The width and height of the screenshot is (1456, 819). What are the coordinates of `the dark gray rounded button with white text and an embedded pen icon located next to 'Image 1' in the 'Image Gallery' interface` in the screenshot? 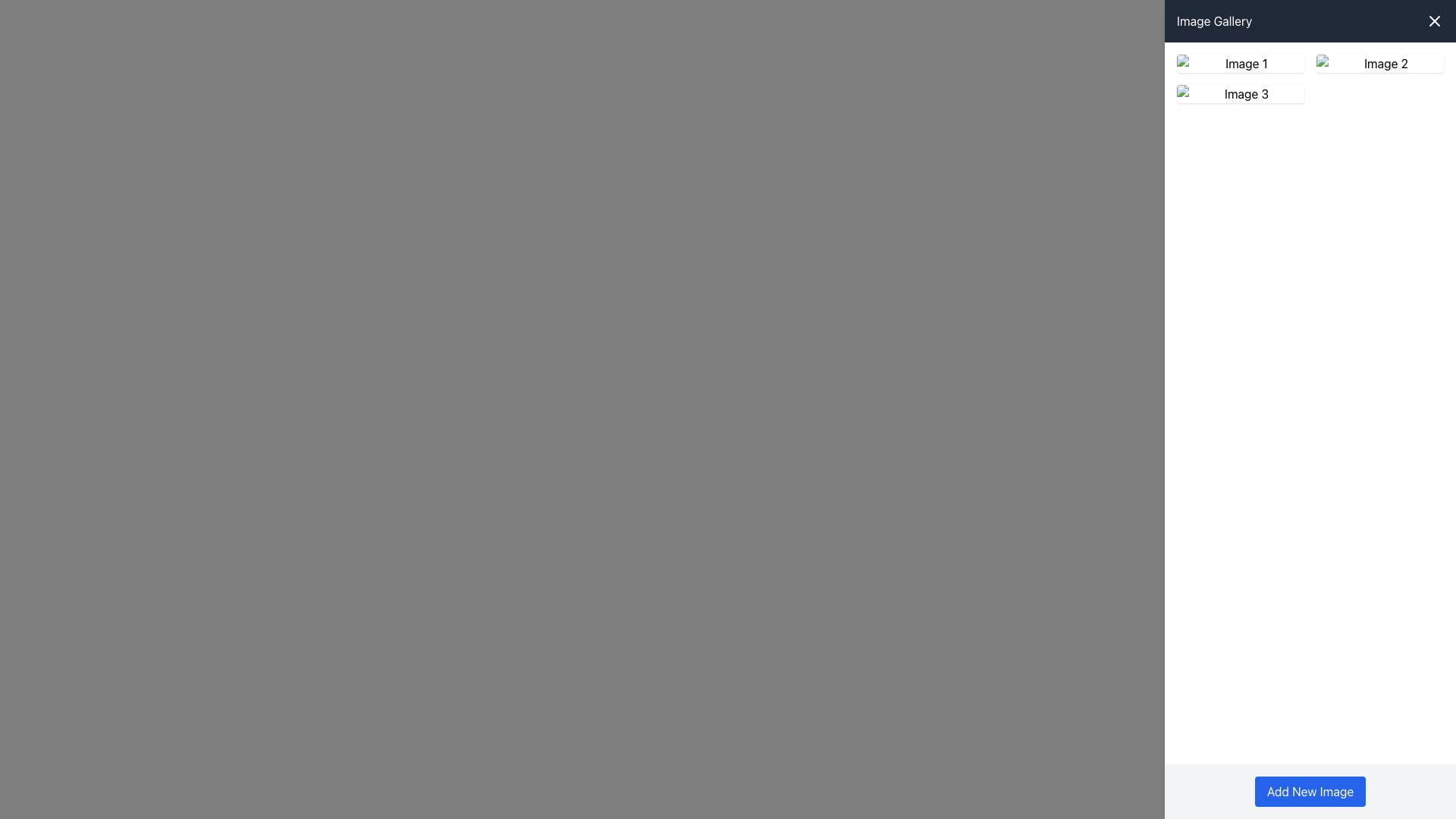 It's located at (1241, 63).